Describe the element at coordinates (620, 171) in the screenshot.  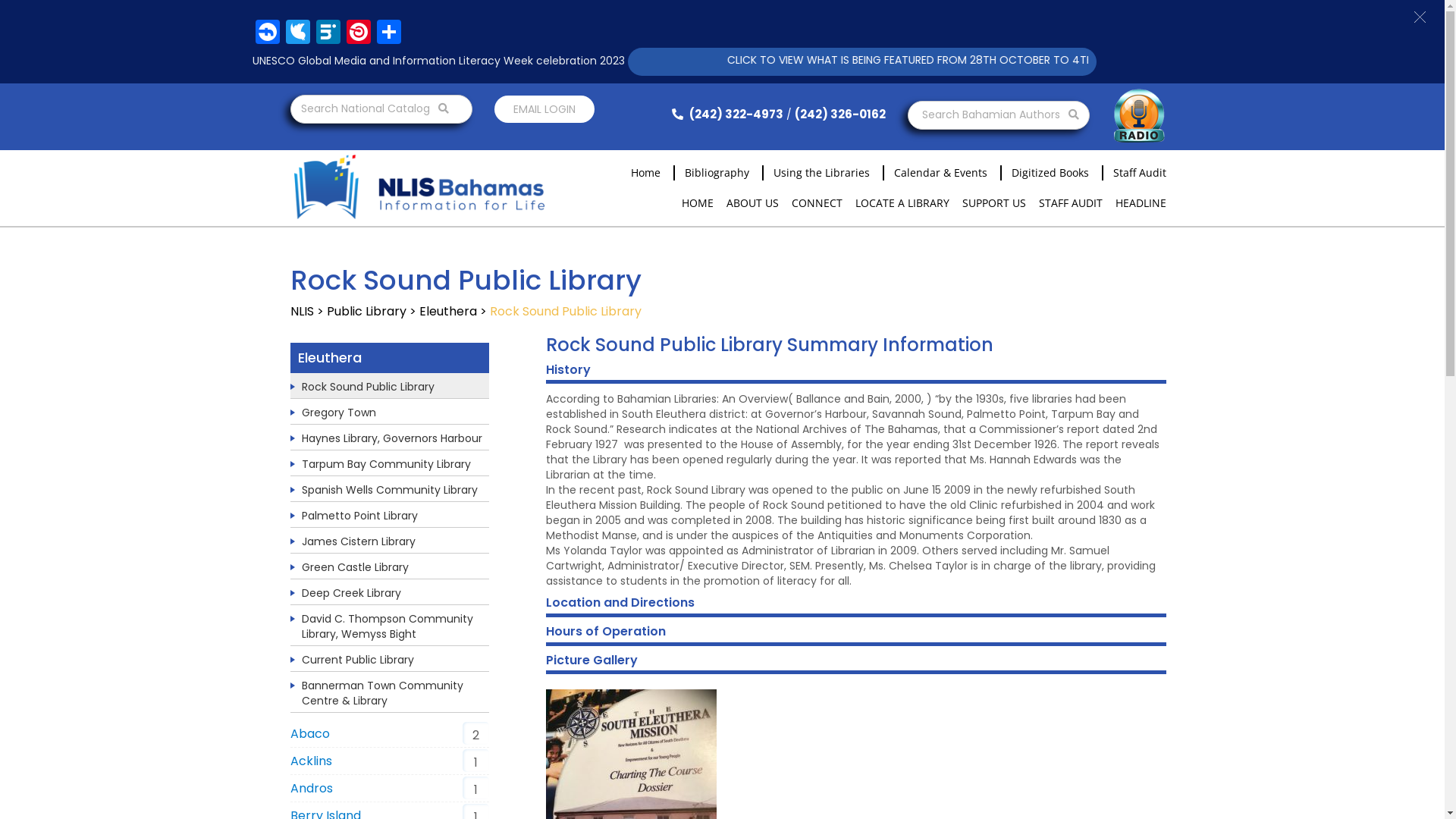
I see `'Home'` at that location.